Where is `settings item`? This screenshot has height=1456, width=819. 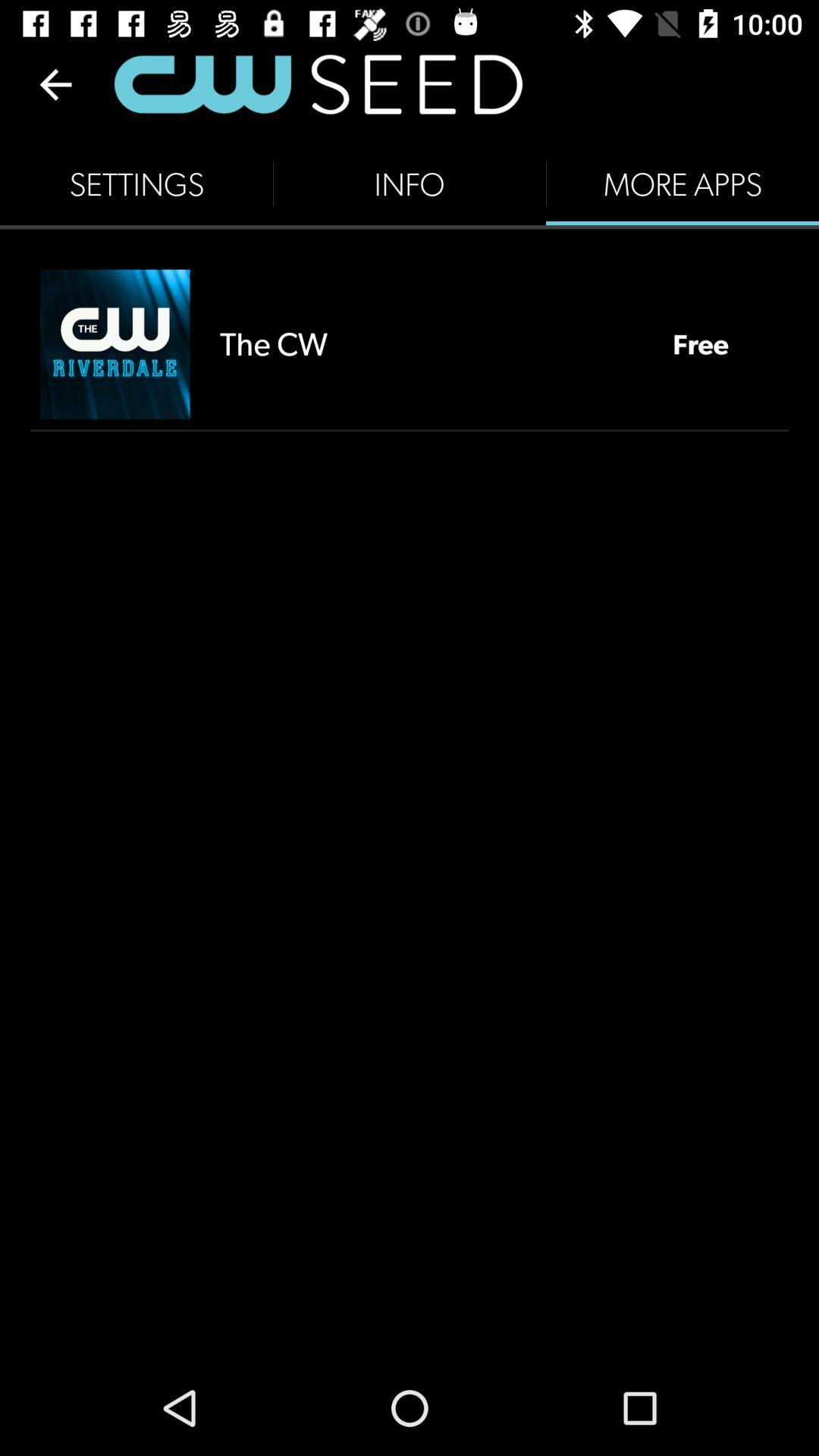
settings item is located at coordinates (136, 184).